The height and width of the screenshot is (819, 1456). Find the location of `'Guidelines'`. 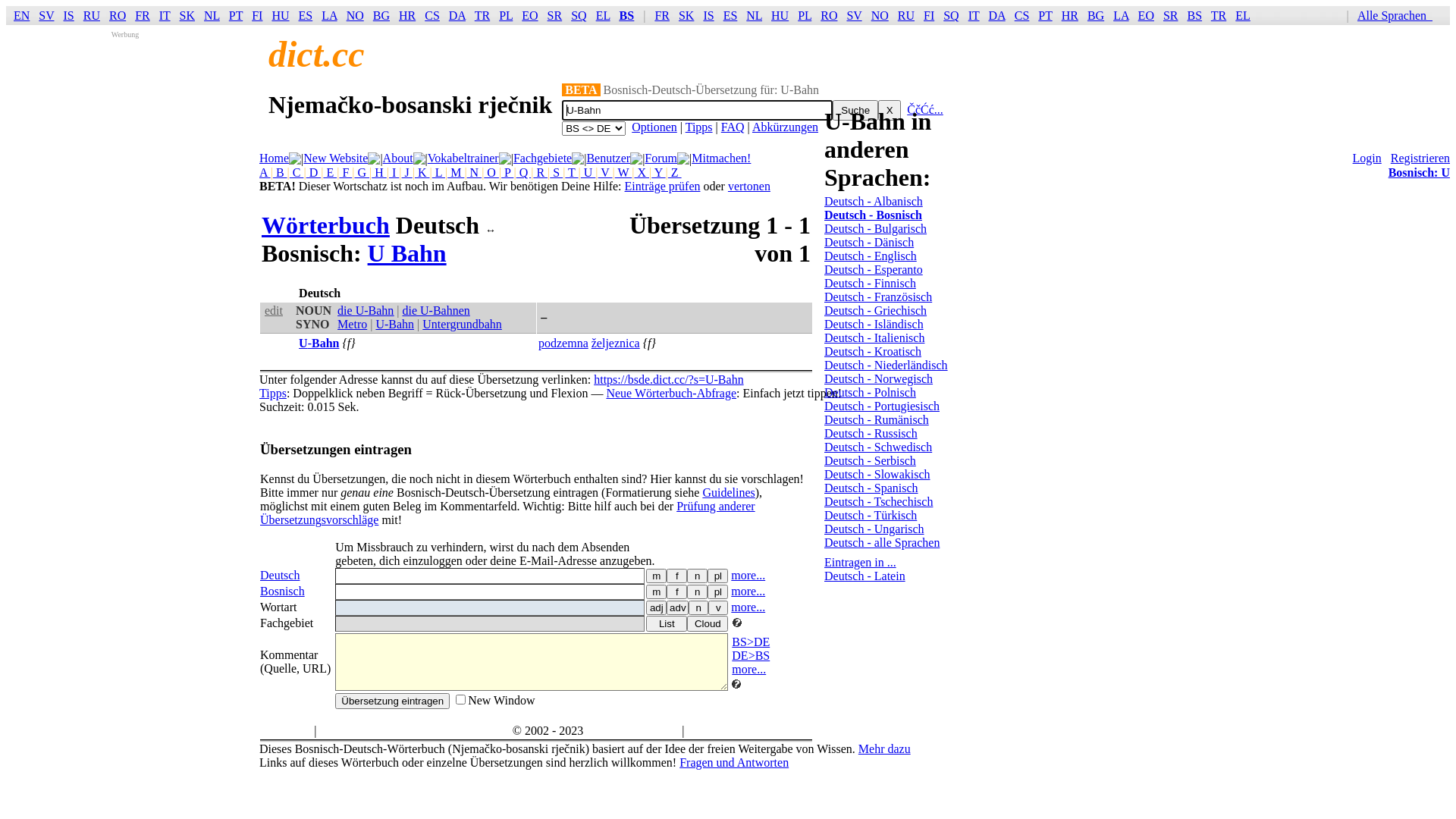

'Guidelines' is located at coordinates (701, 492).